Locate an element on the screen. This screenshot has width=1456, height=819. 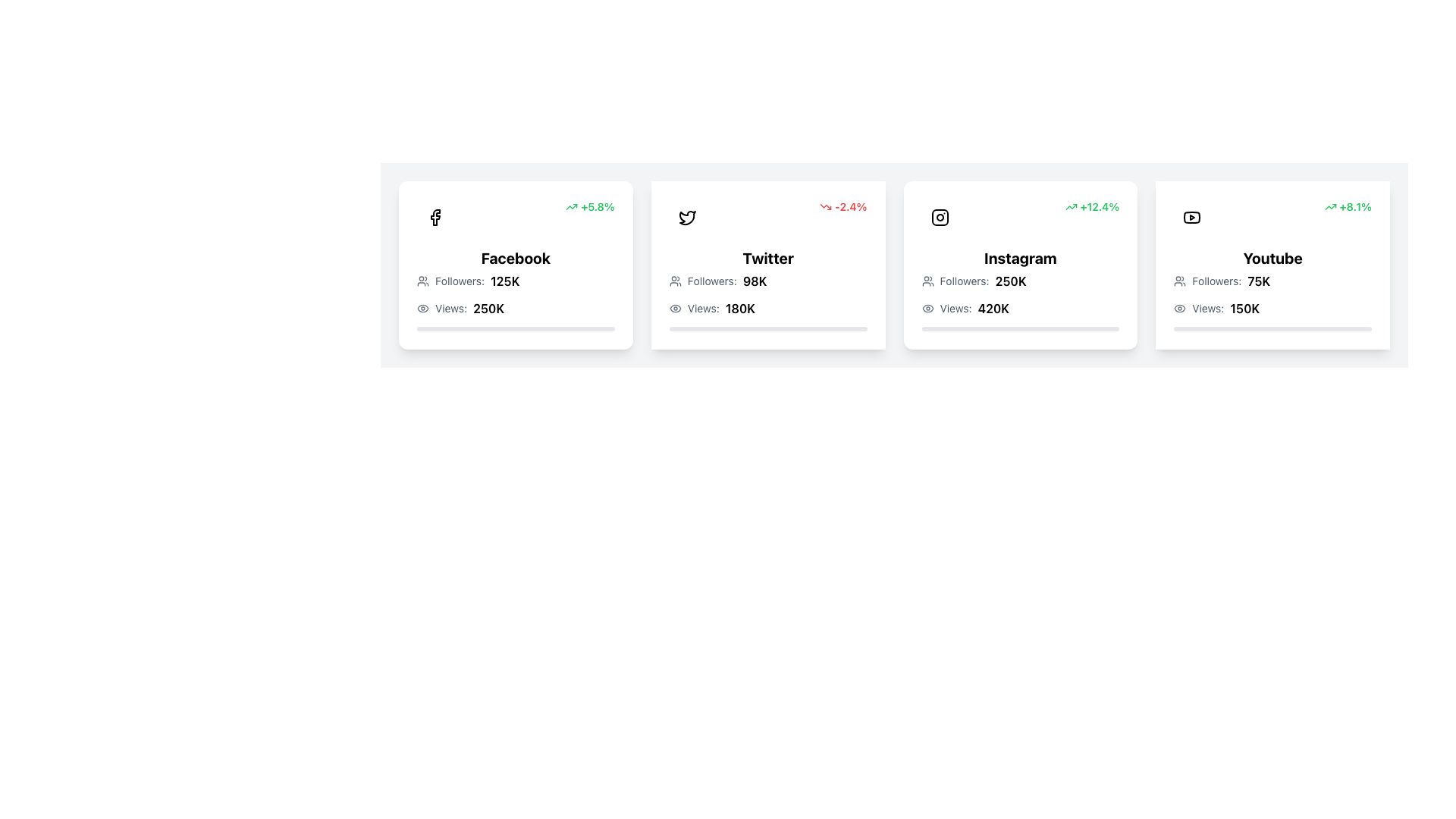
the small icon resembling two abstracted human figures, which is located to the left of the 'Followers: 75K' text in the 'Youtube' card is located at coordinates (1179, 281).